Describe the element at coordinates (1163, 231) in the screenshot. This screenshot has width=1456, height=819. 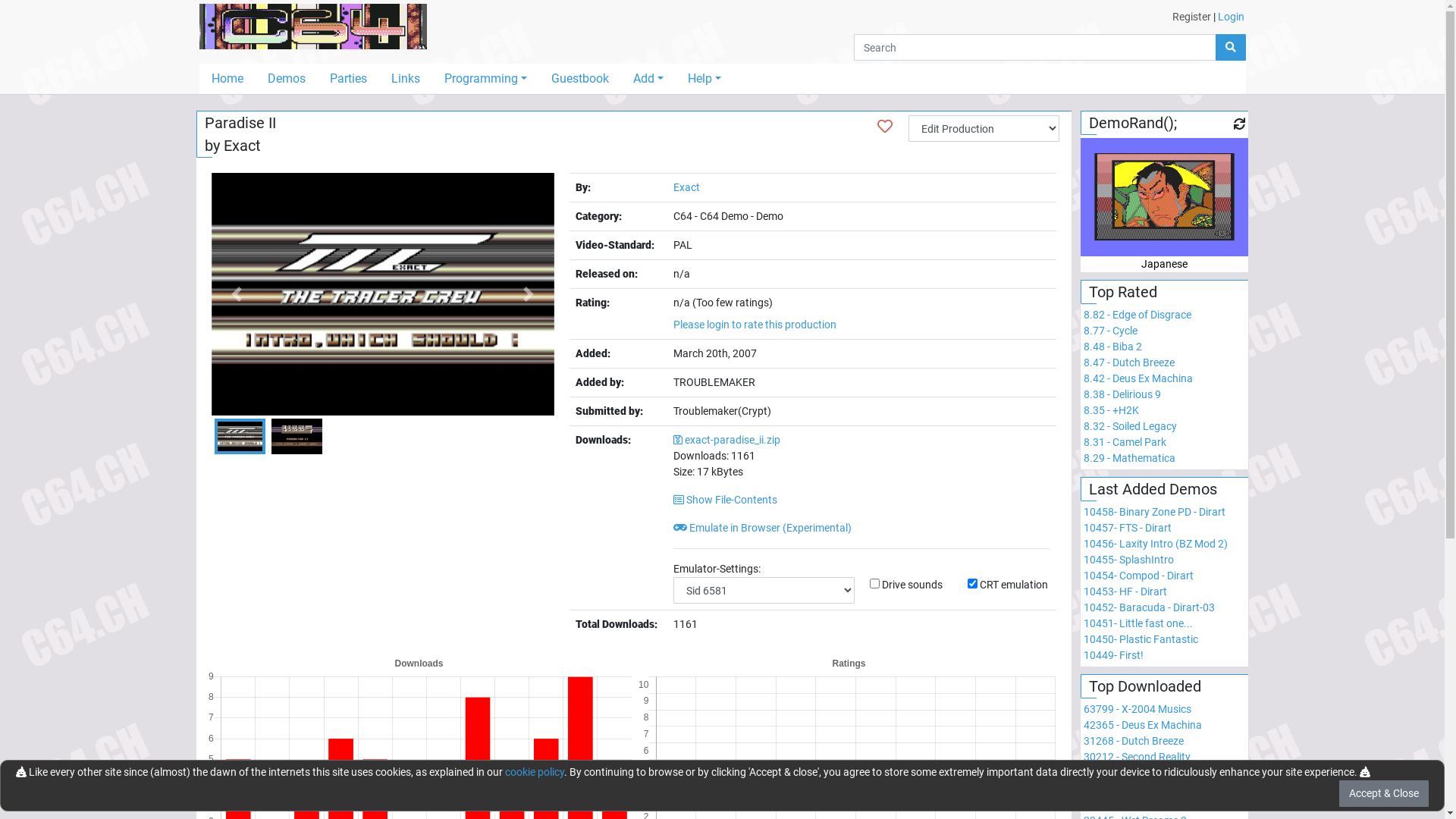
I see `'Japanese'` at that location.